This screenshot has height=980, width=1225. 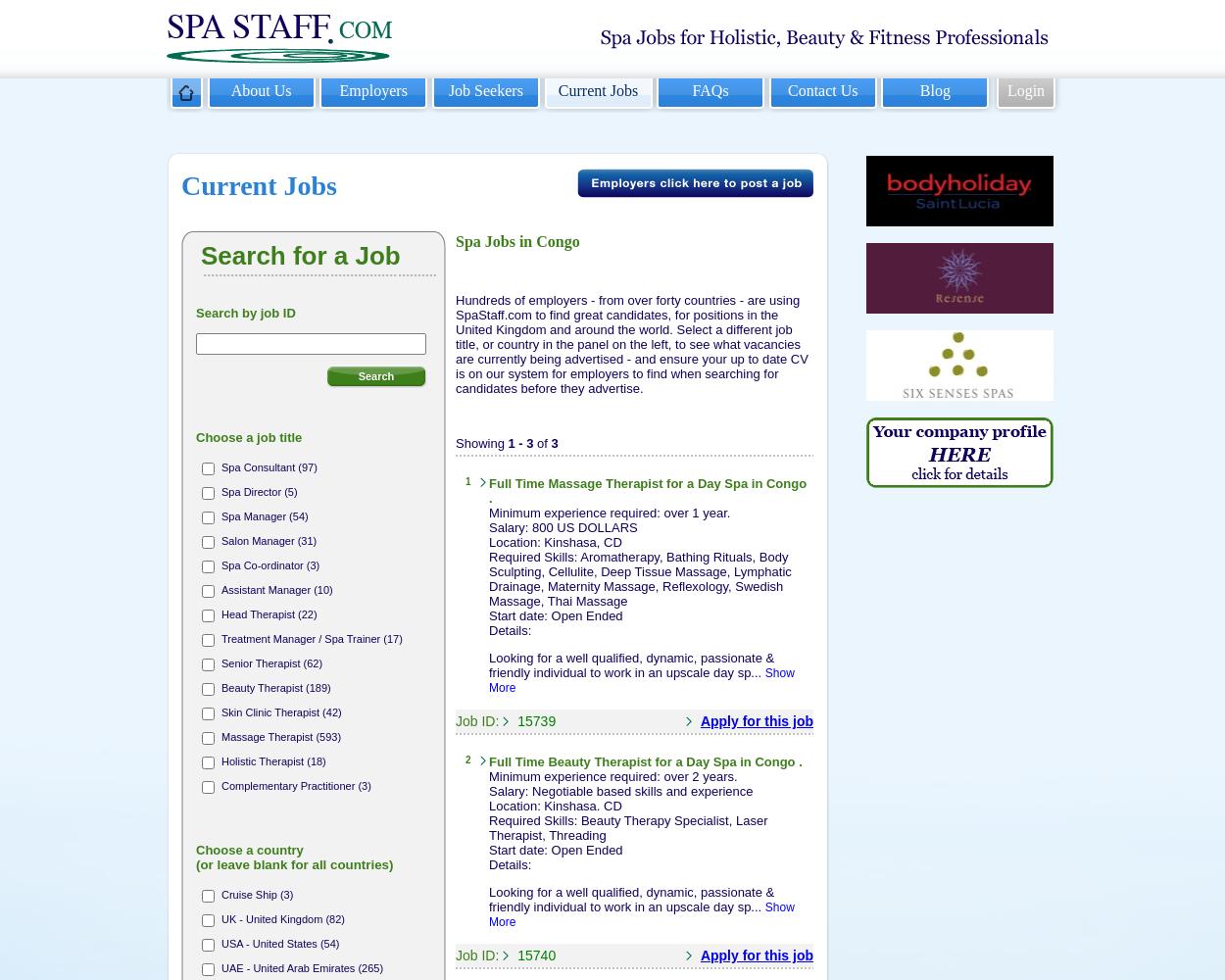 What do you see at coordinates (375, 375) in the screenshot?
I see `'Search'` at bounding box center [375, 375].